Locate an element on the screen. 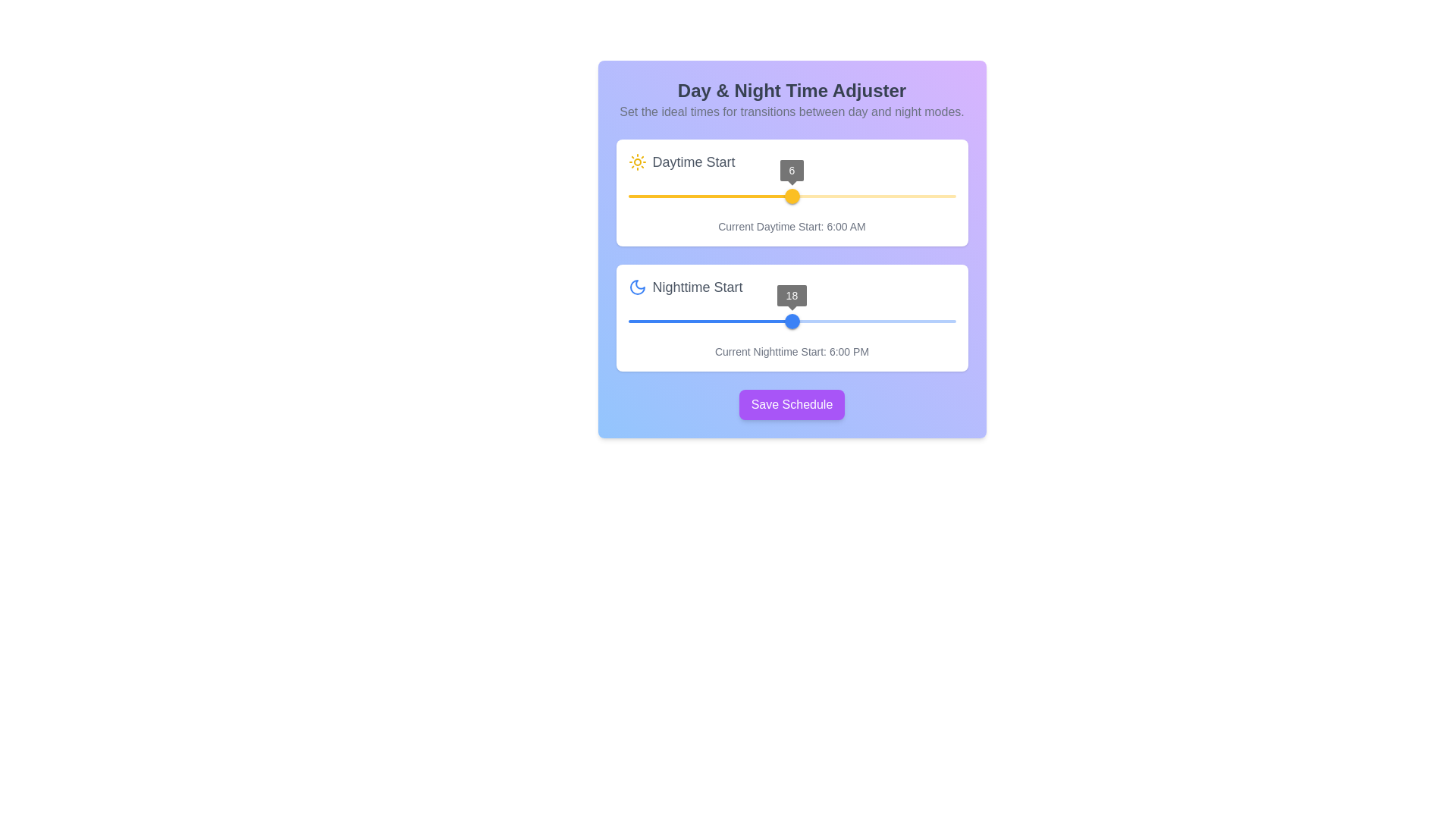 This screenshot has height=819, width=1456. the Value Label that displays the current value ('6') of the slider, located above the slider marker in the 'Daytime Start' section is located at coordinates (791, 170).